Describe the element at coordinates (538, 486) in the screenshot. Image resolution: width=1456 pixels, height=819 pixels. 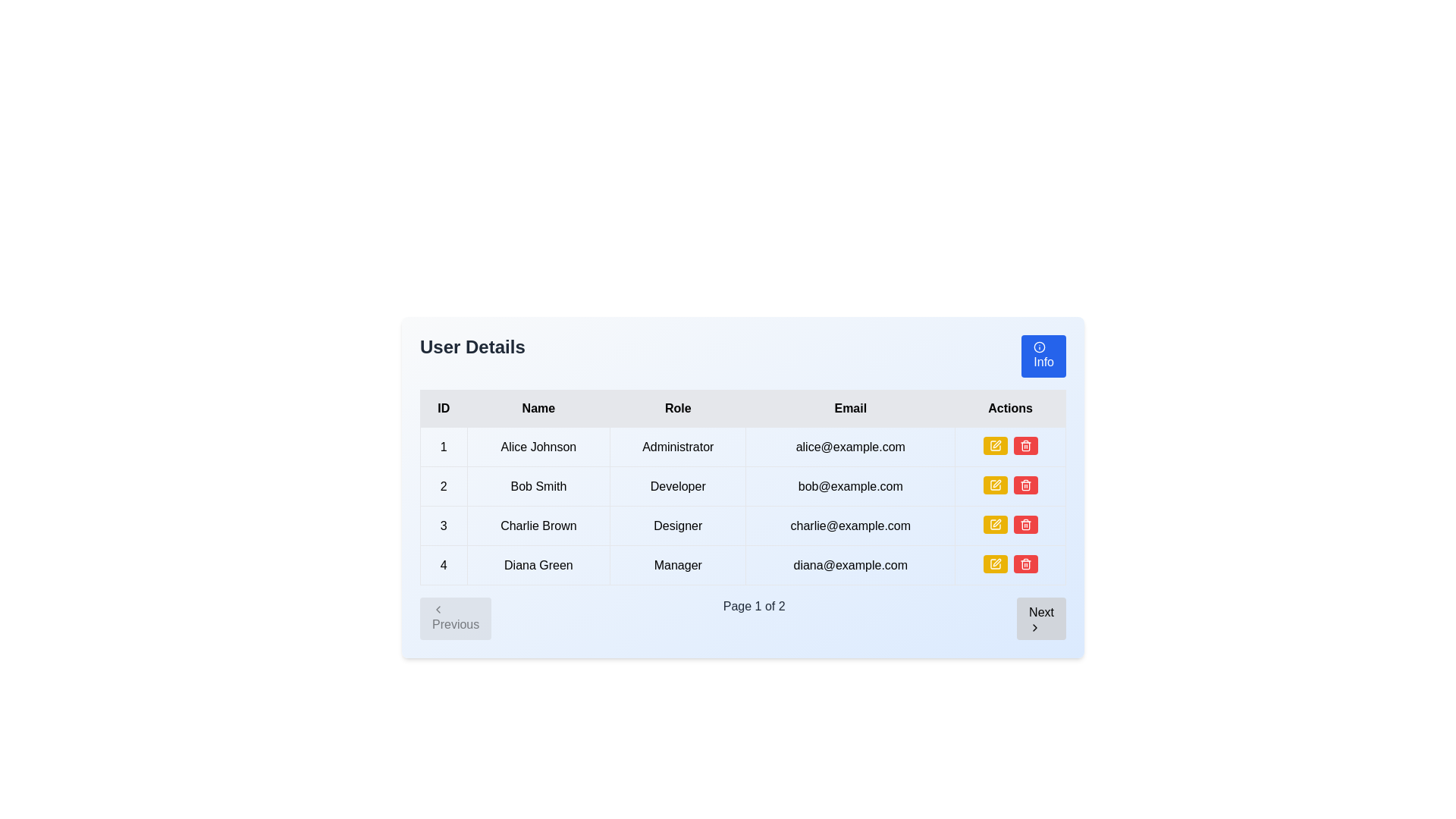
I see `the text label displaying 'Bob Smith', which is the second cell under the 'Name' column in the user details table` at that location.